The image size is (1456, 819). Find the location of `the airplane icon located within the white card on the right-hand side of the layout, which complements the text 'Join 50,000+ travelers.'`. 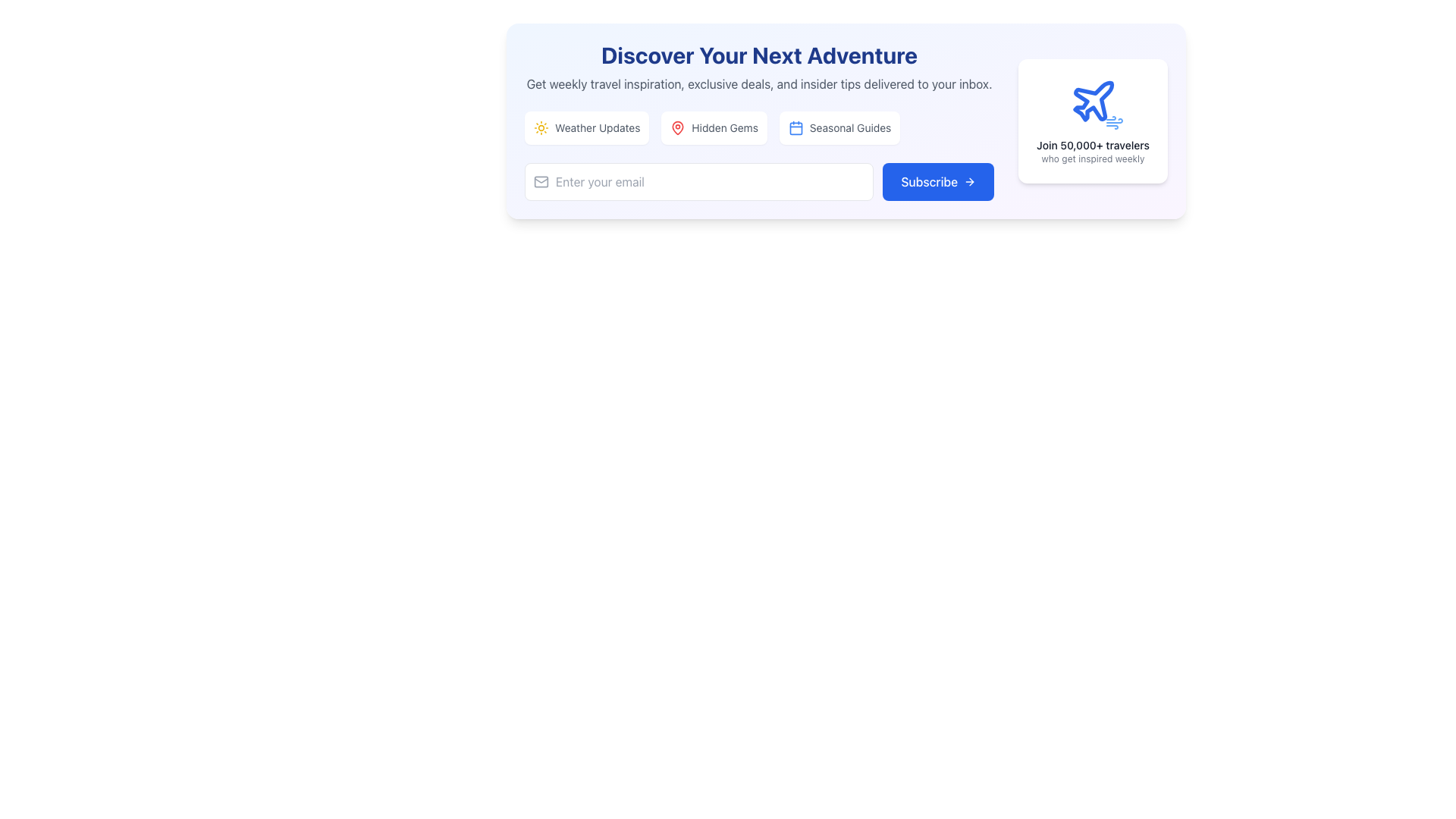

the airplane icon located within the white card on the right-hand side of the layout, which complements the text 'Join 50,000+ travelers.' is located at coordinates (1093, 101).